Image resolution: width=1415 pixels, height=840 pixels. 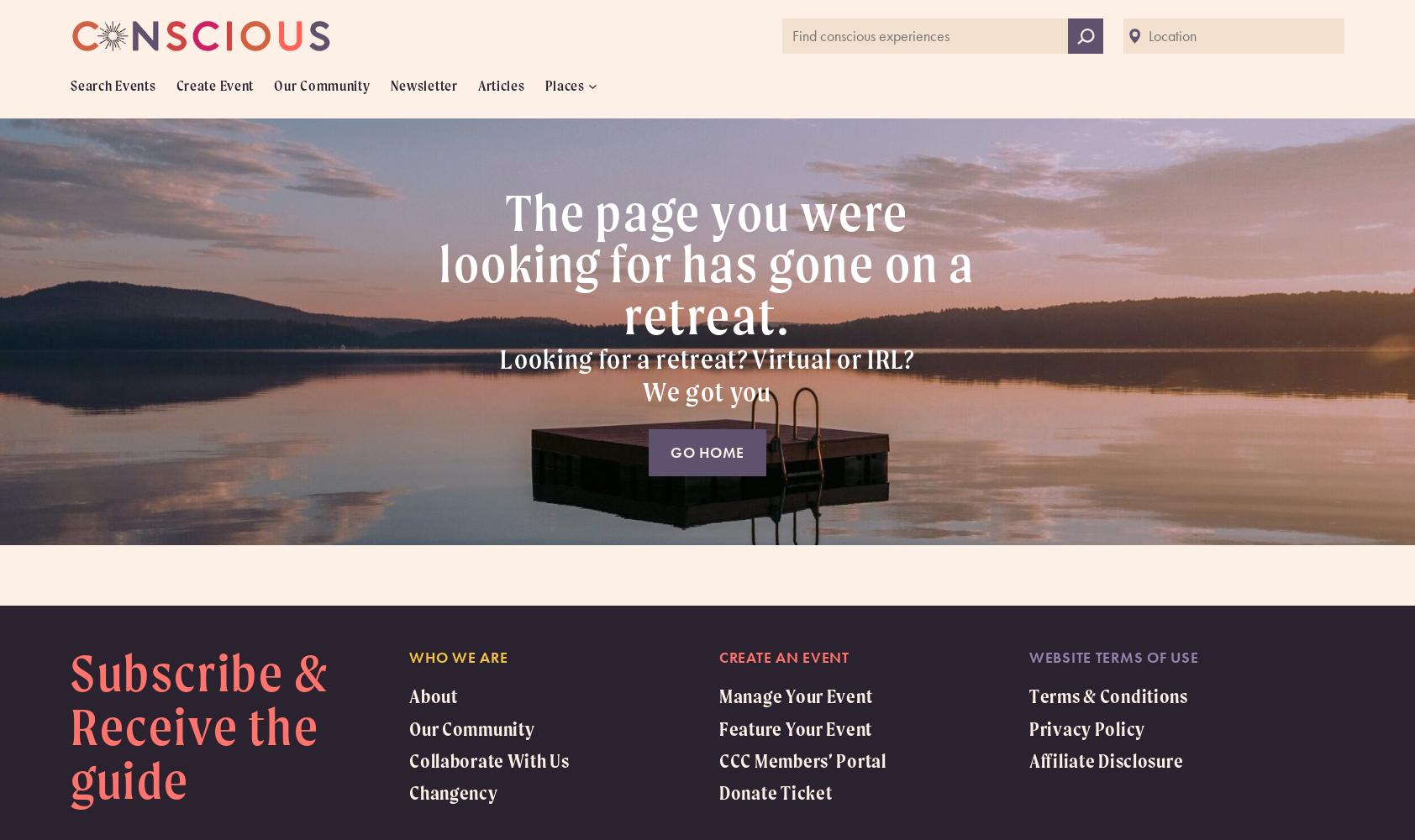 What do you see at coordinates (499, 84) in the screenshot?
I see `'Articles'` at bounding box center [499, 84].